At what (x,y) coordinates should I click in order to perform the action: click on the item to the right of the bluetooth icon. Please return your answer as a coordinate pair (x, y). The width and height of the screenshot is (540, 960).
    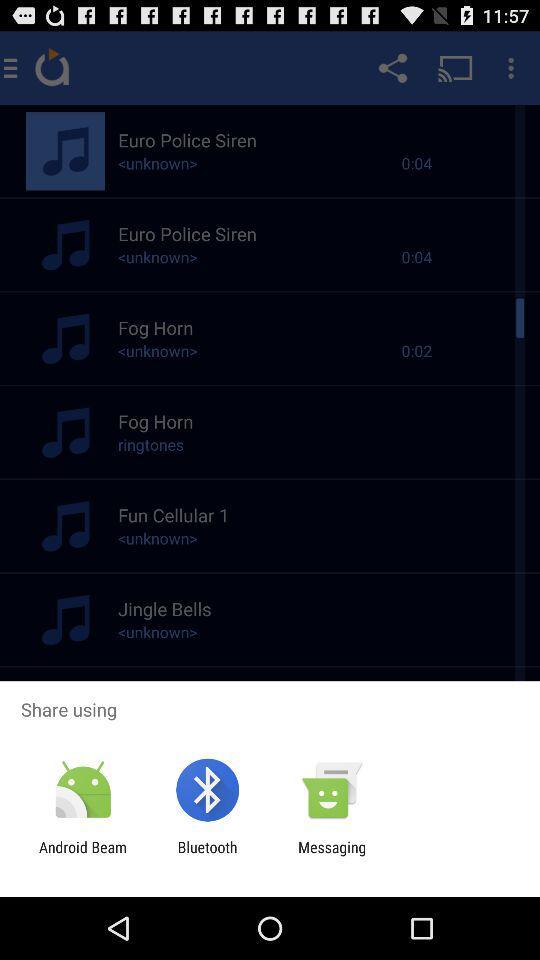
    Looking at the image, I should click on (332, 855).